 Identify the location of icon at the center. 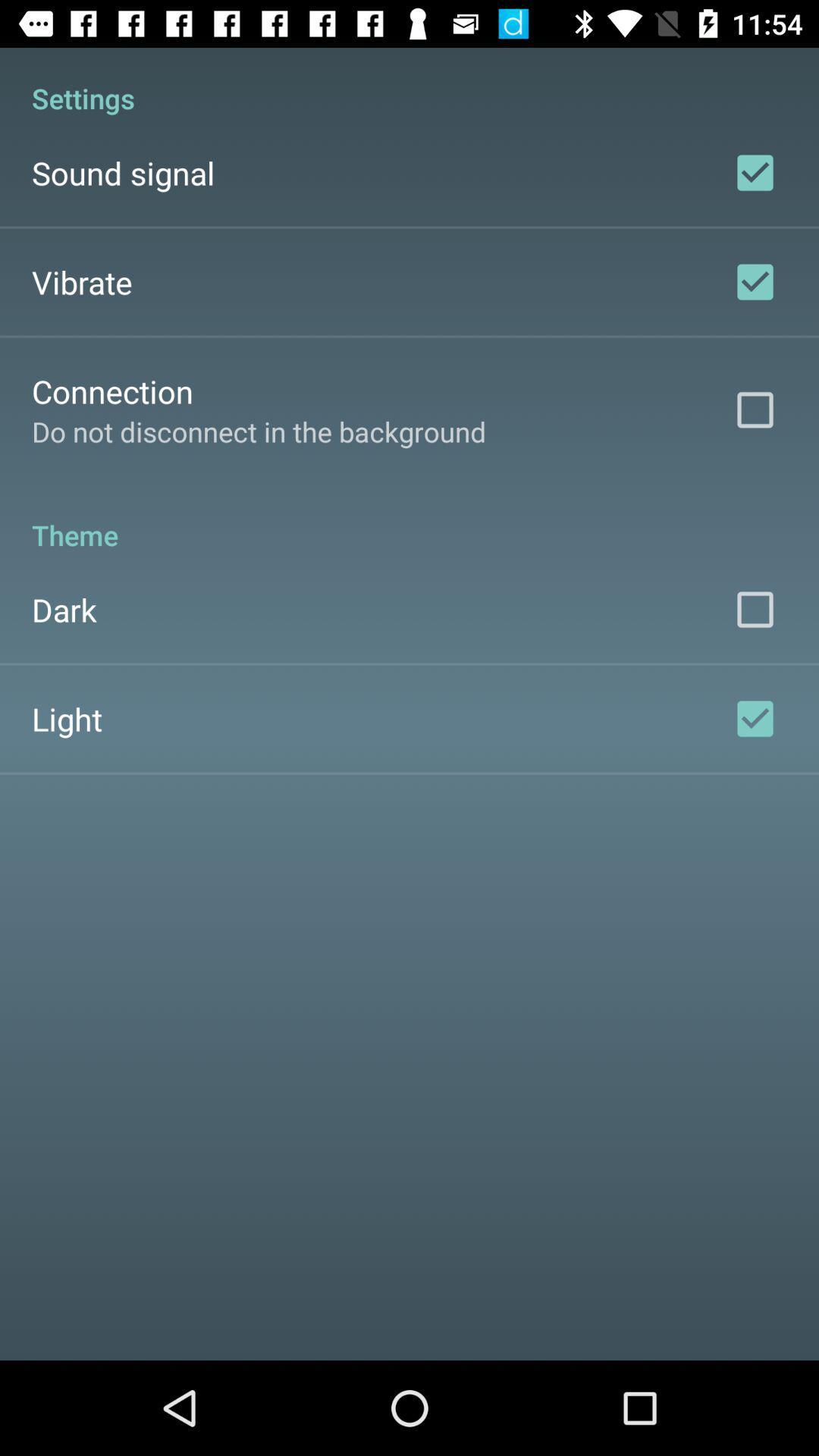
(409, 519).